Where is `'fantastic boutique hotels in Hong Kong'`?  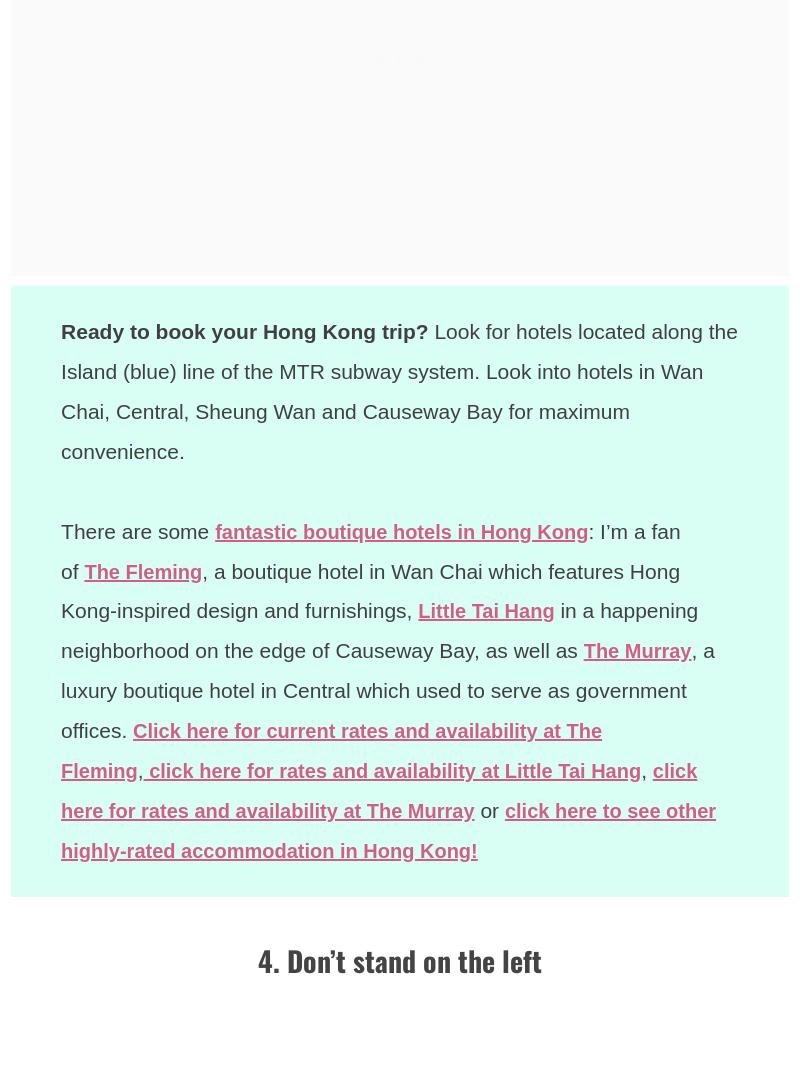
'fantastic boutique hotels in Hong Kong' is located at coordinates (411, 529).